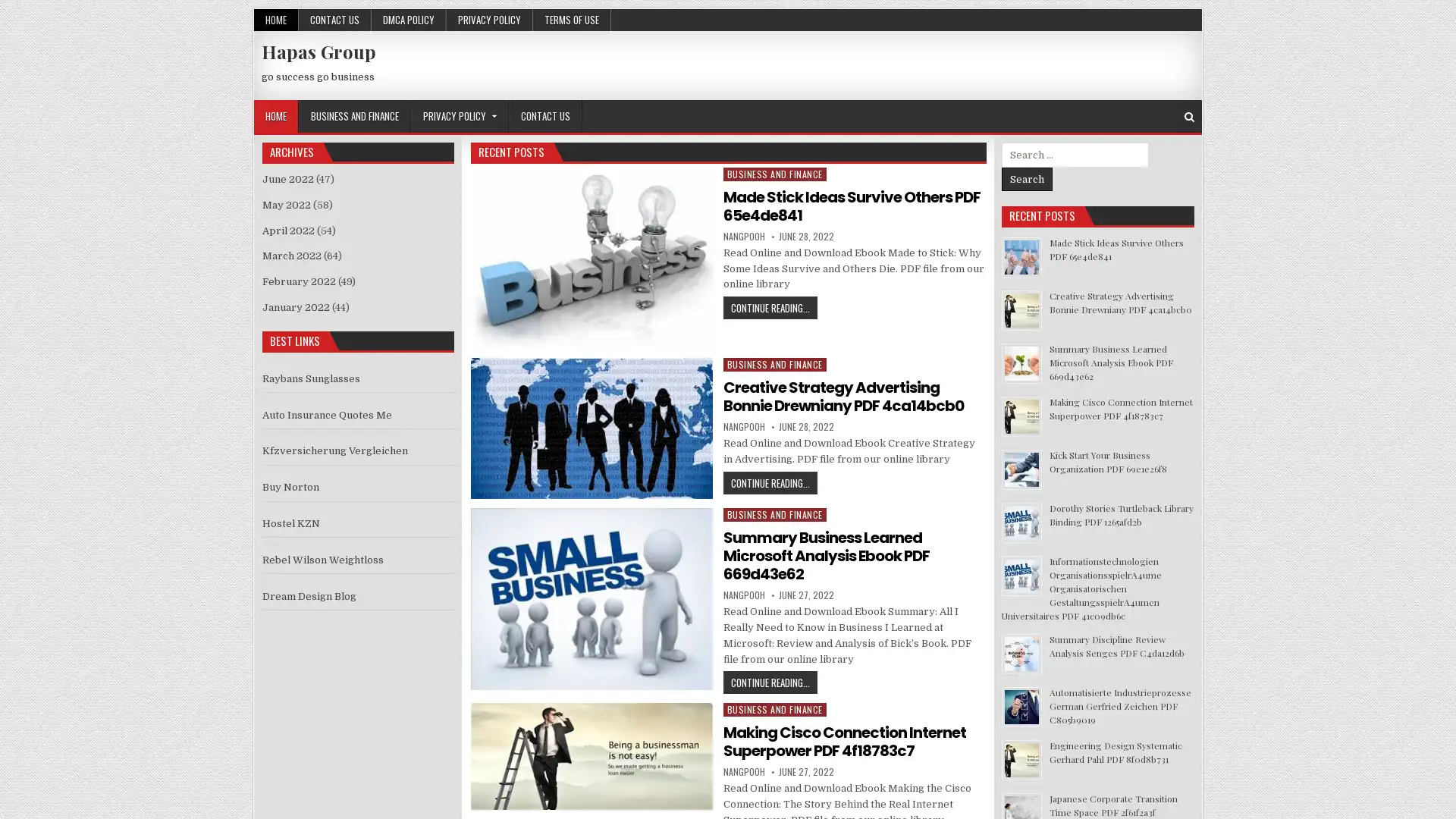 The height and width of the screenshot is (819, 1456). Describe the element at coordinates (1027, 178) in the screenshot. I see `Search` at that location.